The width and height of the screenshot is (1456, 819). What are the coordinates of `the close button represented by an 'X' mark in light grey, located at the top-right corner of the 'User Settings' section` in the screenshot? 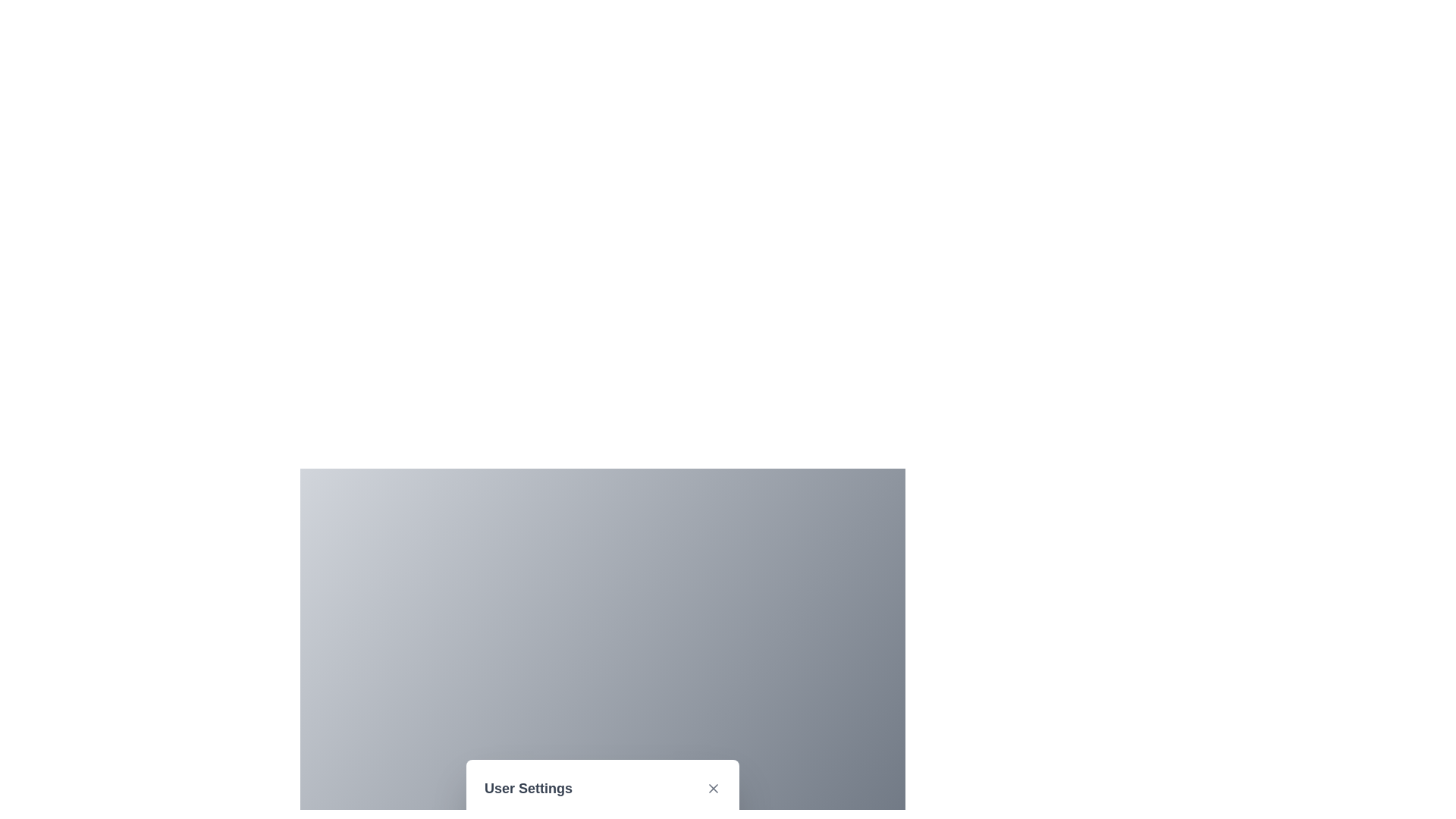 It's located at (712, 788).